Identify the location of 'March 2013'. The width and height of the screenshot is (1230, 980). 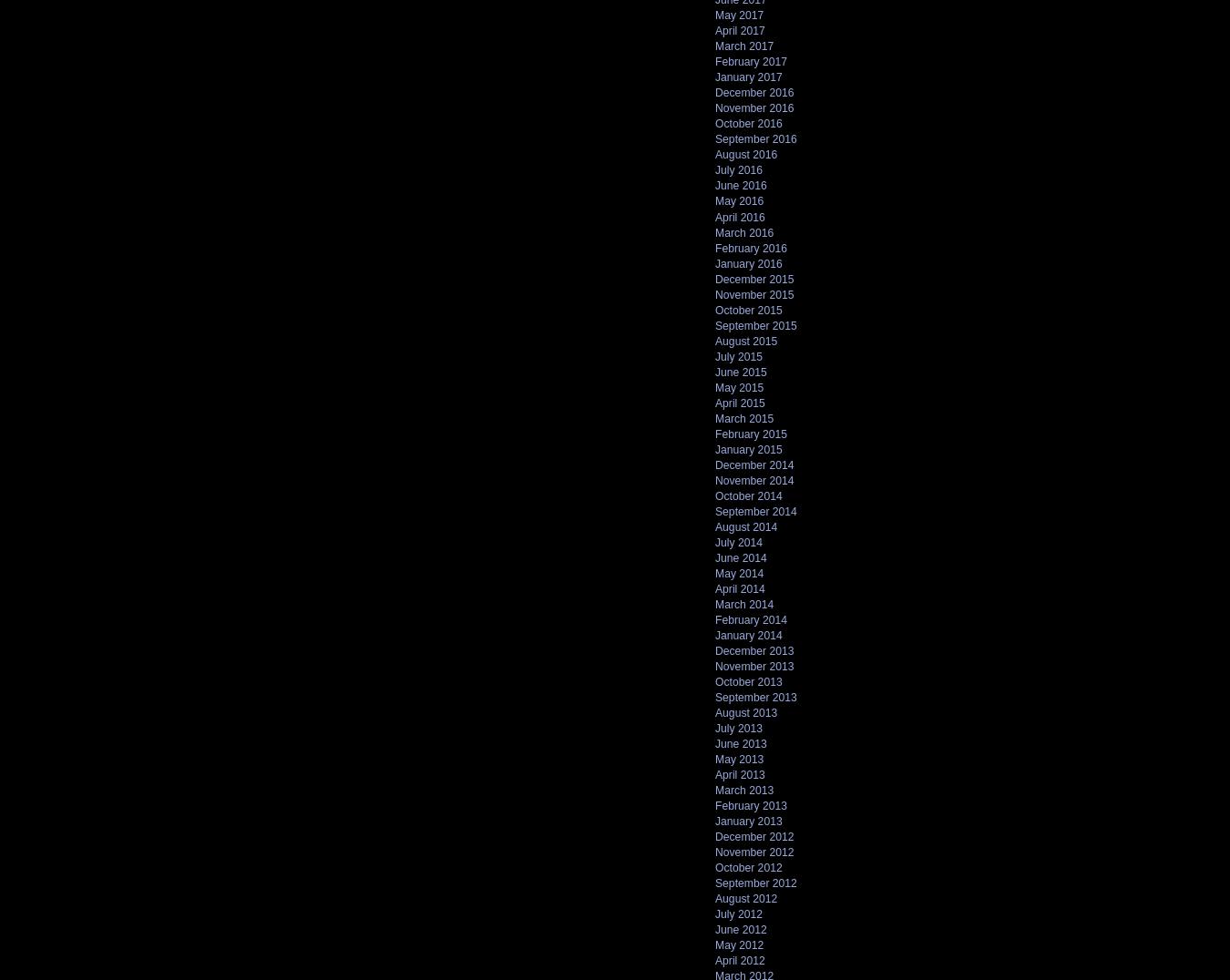
(744, 791).